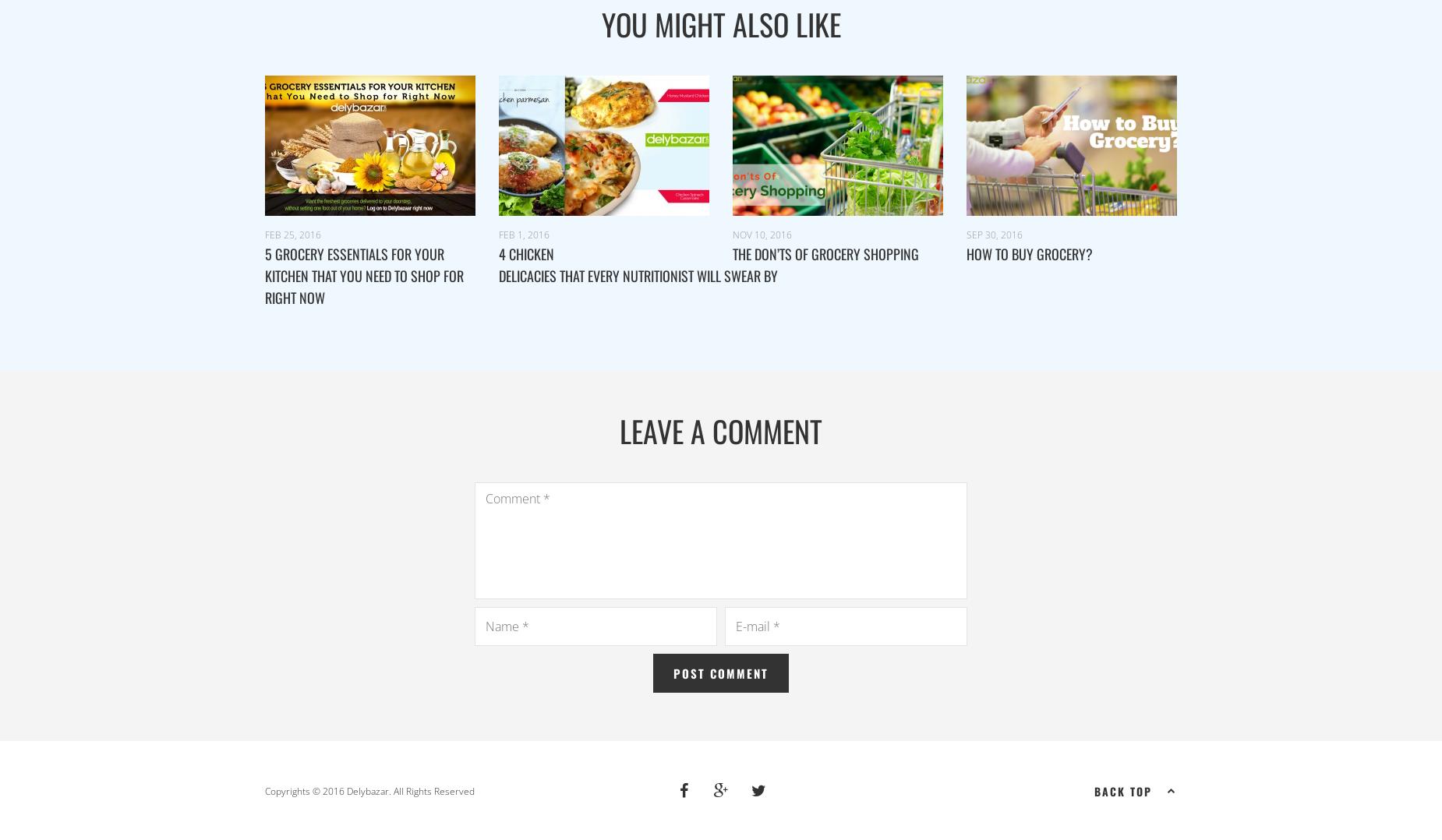 The width and height of the screenshot is (1442, 840). I want to click on 'You Might Also Like', so click(720, 22).